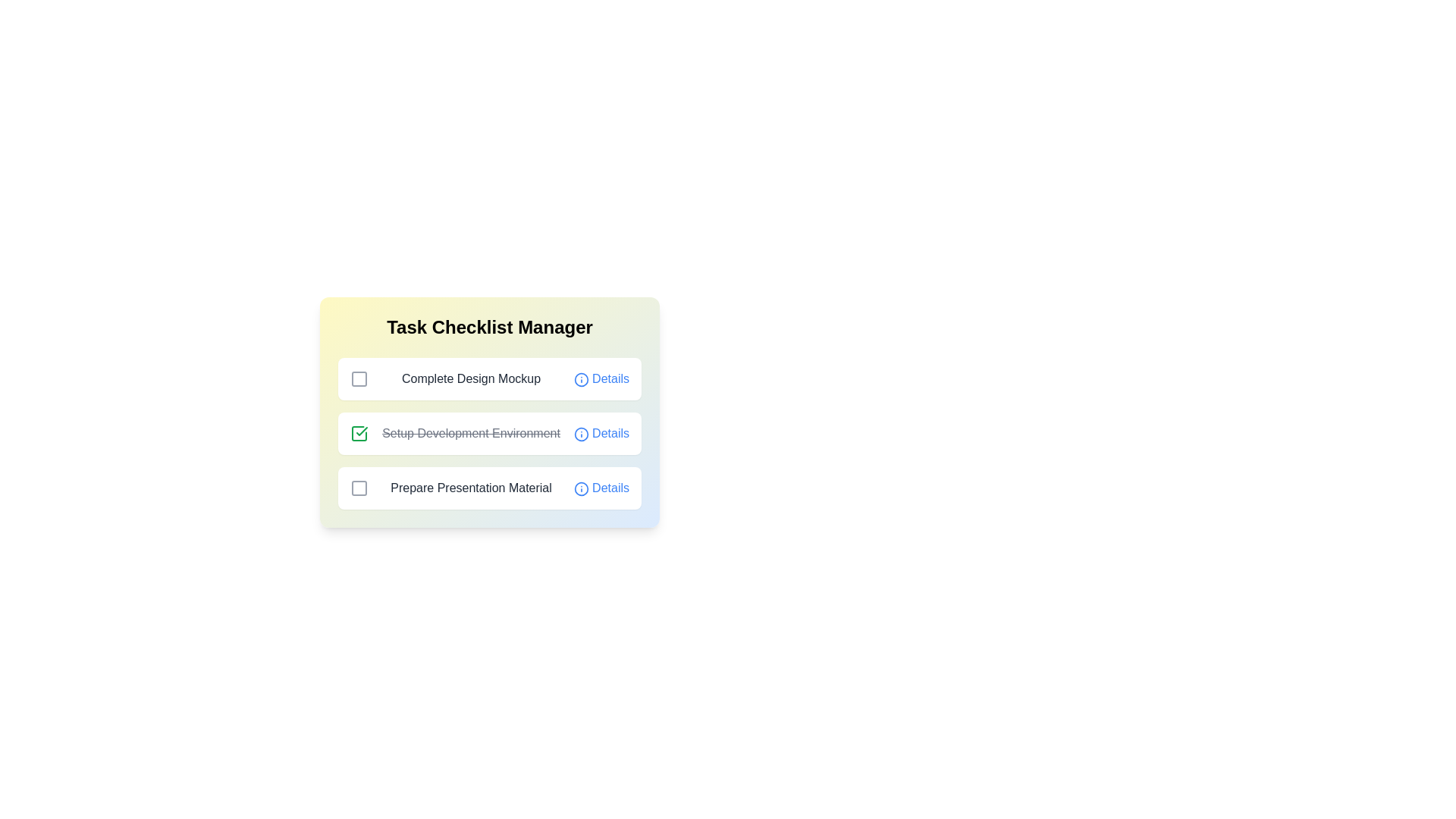 This screenshot has width=1456, height=819. Describe the element at coordinates (601, 378) in the screenshot. I see `the 'Details' button for the task identified by Complete Design Mockup` at that location.